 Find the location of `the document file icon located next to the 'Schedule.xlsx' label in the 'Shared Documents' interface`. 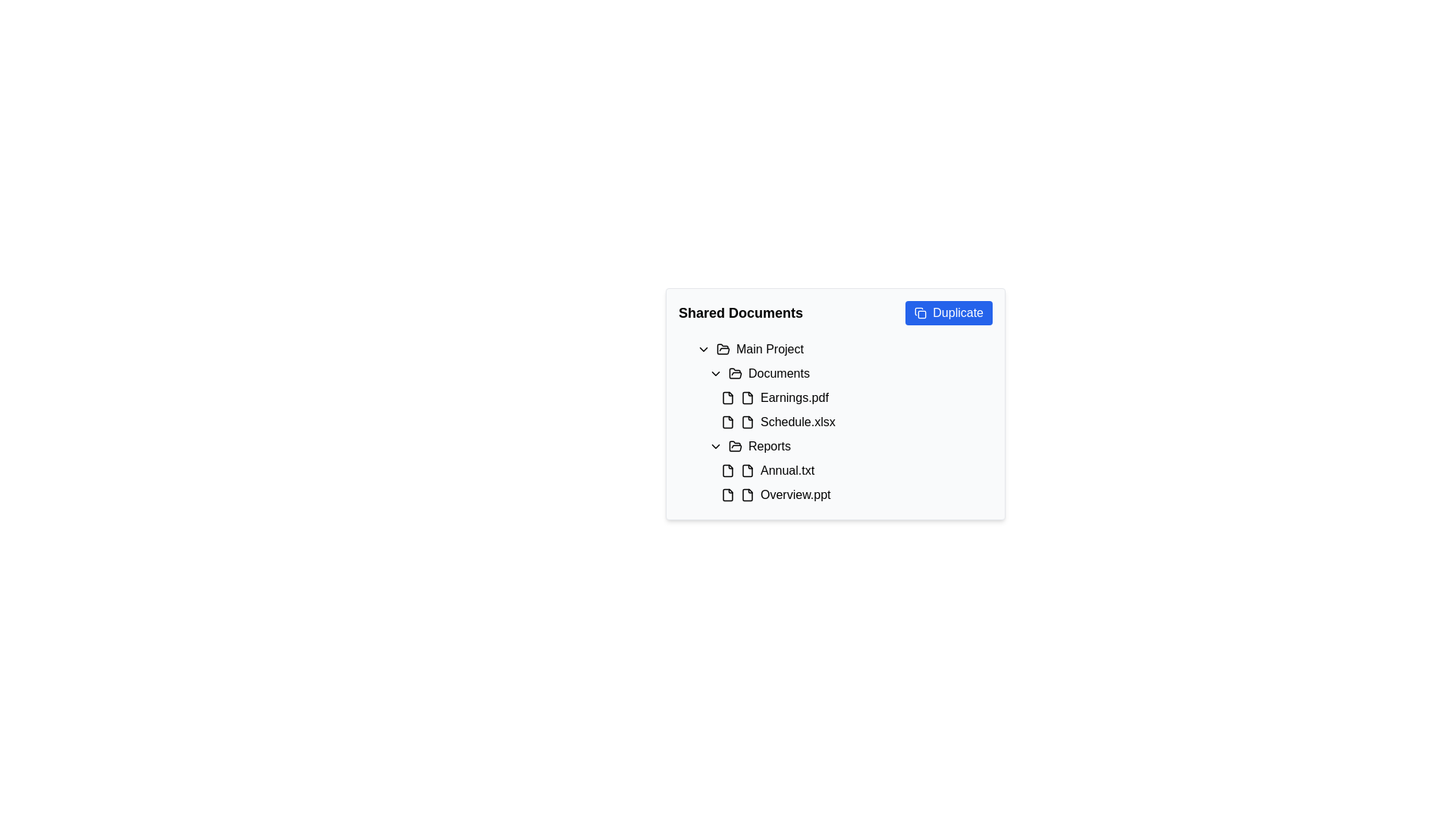

the document file icon located next to the 'Schedule.xlsx' label in the 'Shared Documents' interface is located at coordinates (747, 422).